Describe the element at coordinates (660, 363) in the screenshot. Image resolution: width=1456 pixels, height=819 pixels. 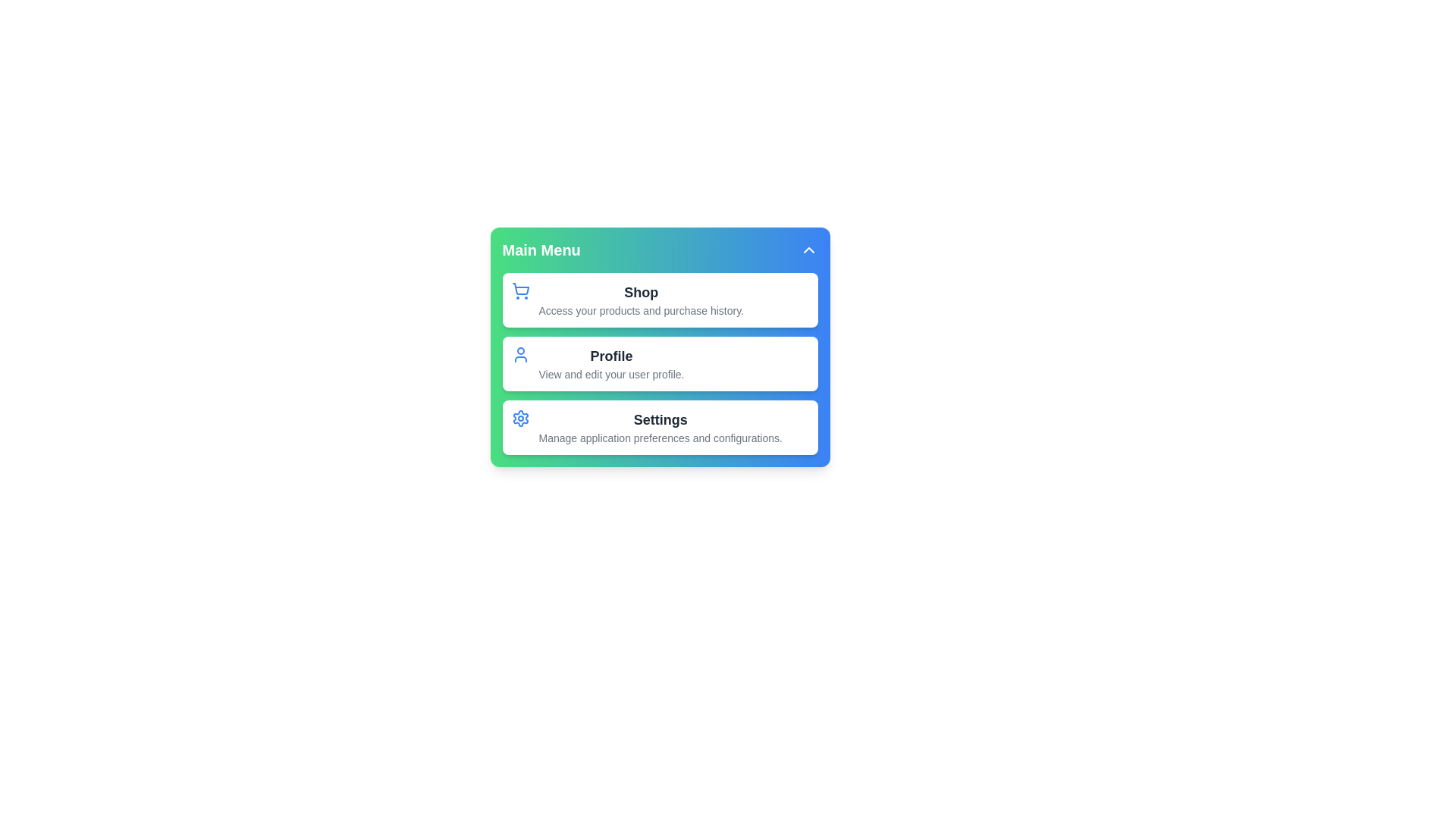
I see `the menu item Profile from the interactive menu` at that location.